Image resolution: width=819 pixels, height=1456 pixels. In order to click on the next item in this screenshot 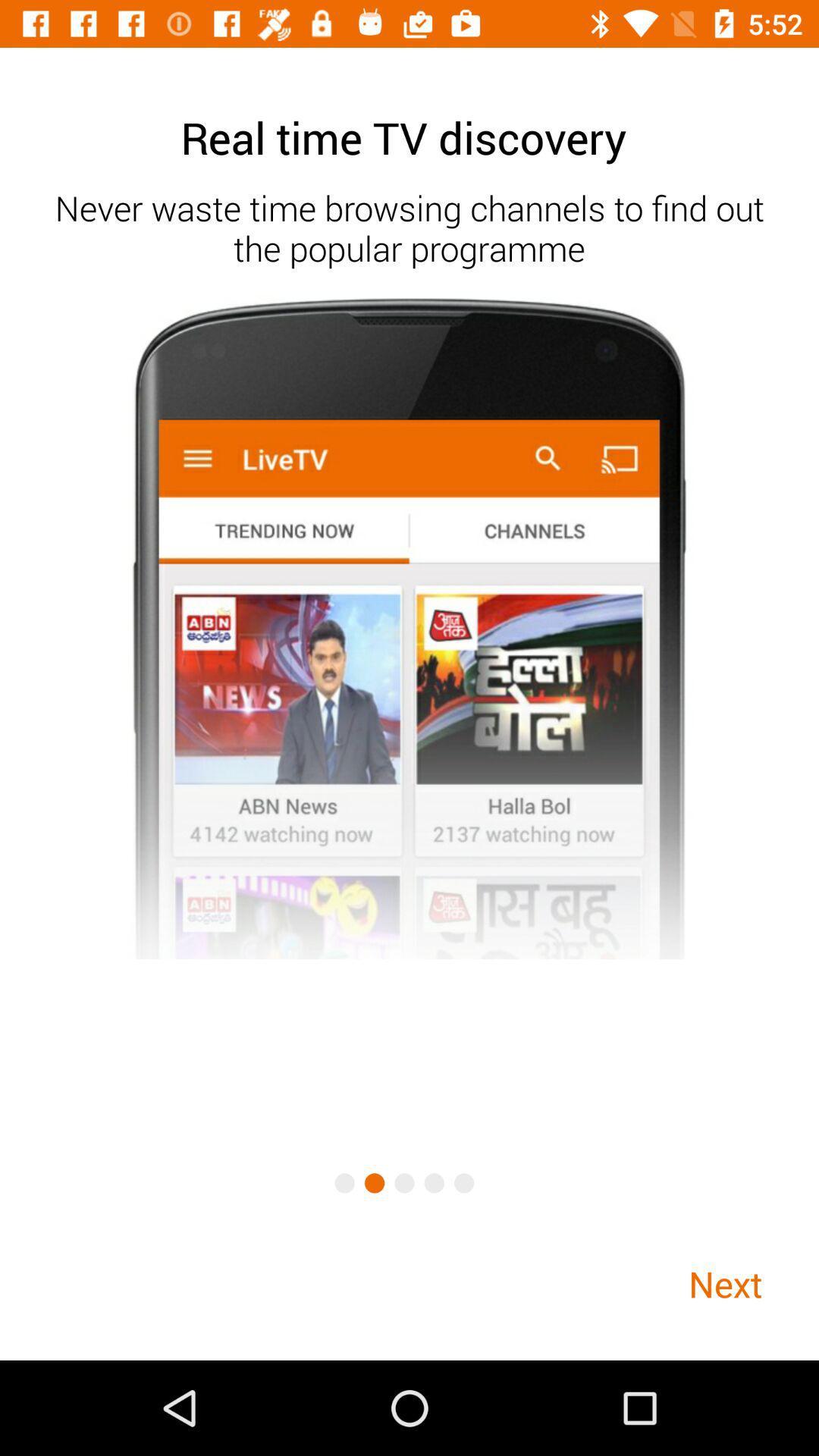, I will do `click(724, 1283)`.